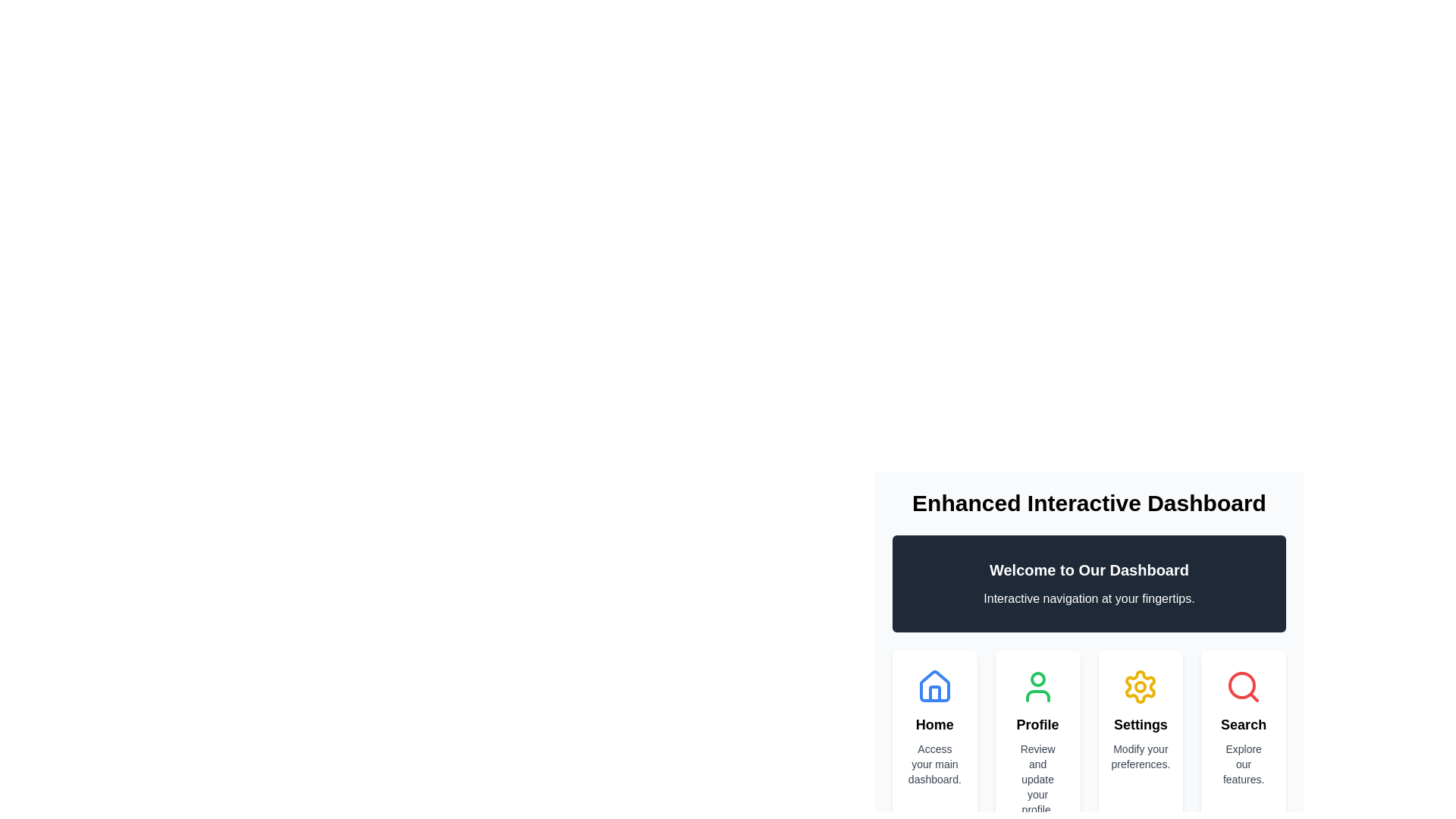 The image size is (1456, 819). What do you see at coordinates (934, 687) in the screenshot?
I see `the blue house-shaped icon representing the Home section, located in the first card labeled 'Home' above the text 'Access your main dashboard.'` at bounding box center [934, 687].